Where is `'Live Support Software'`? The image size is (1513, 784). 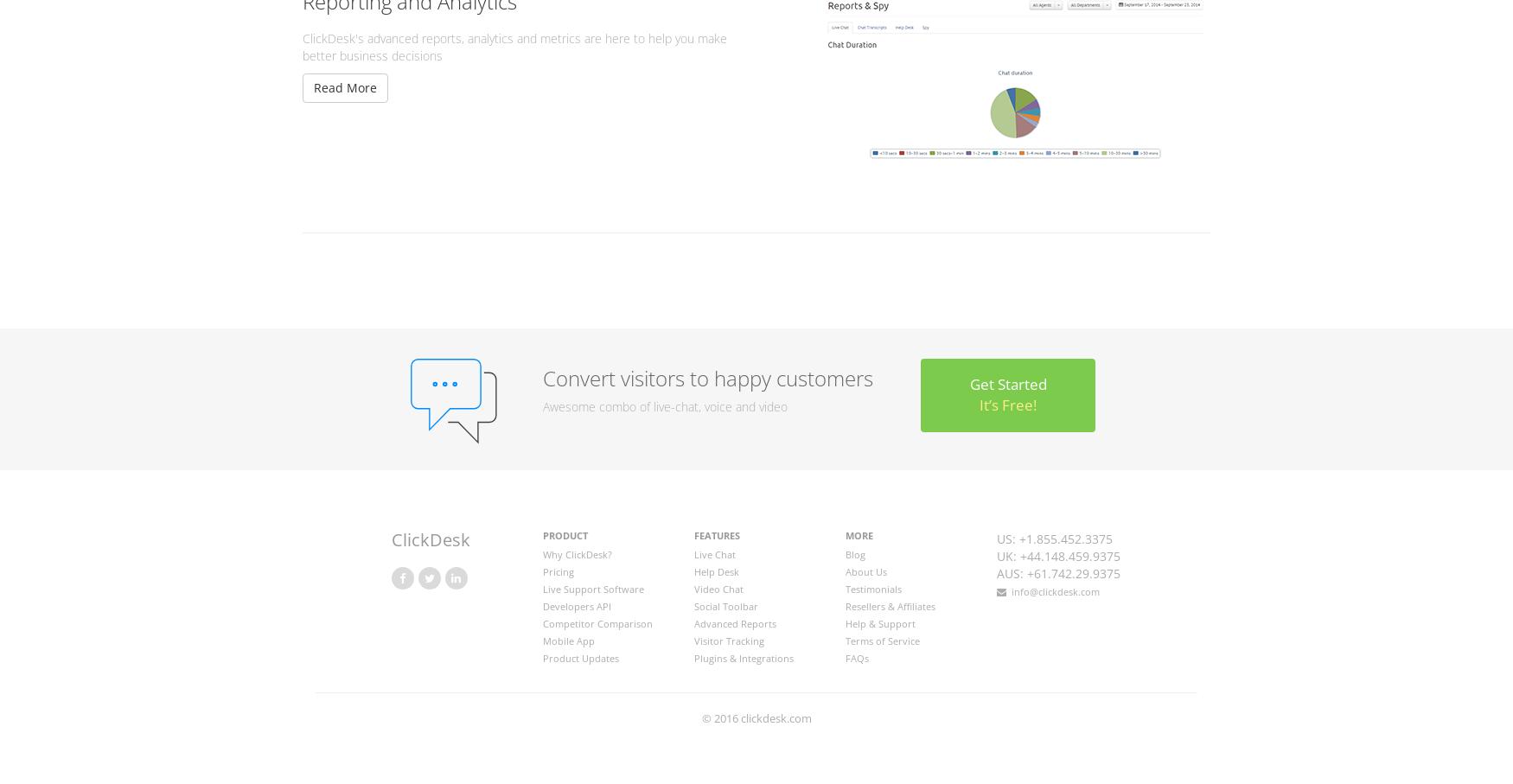 'Live Support Software' is located at coordinates (591, 587).